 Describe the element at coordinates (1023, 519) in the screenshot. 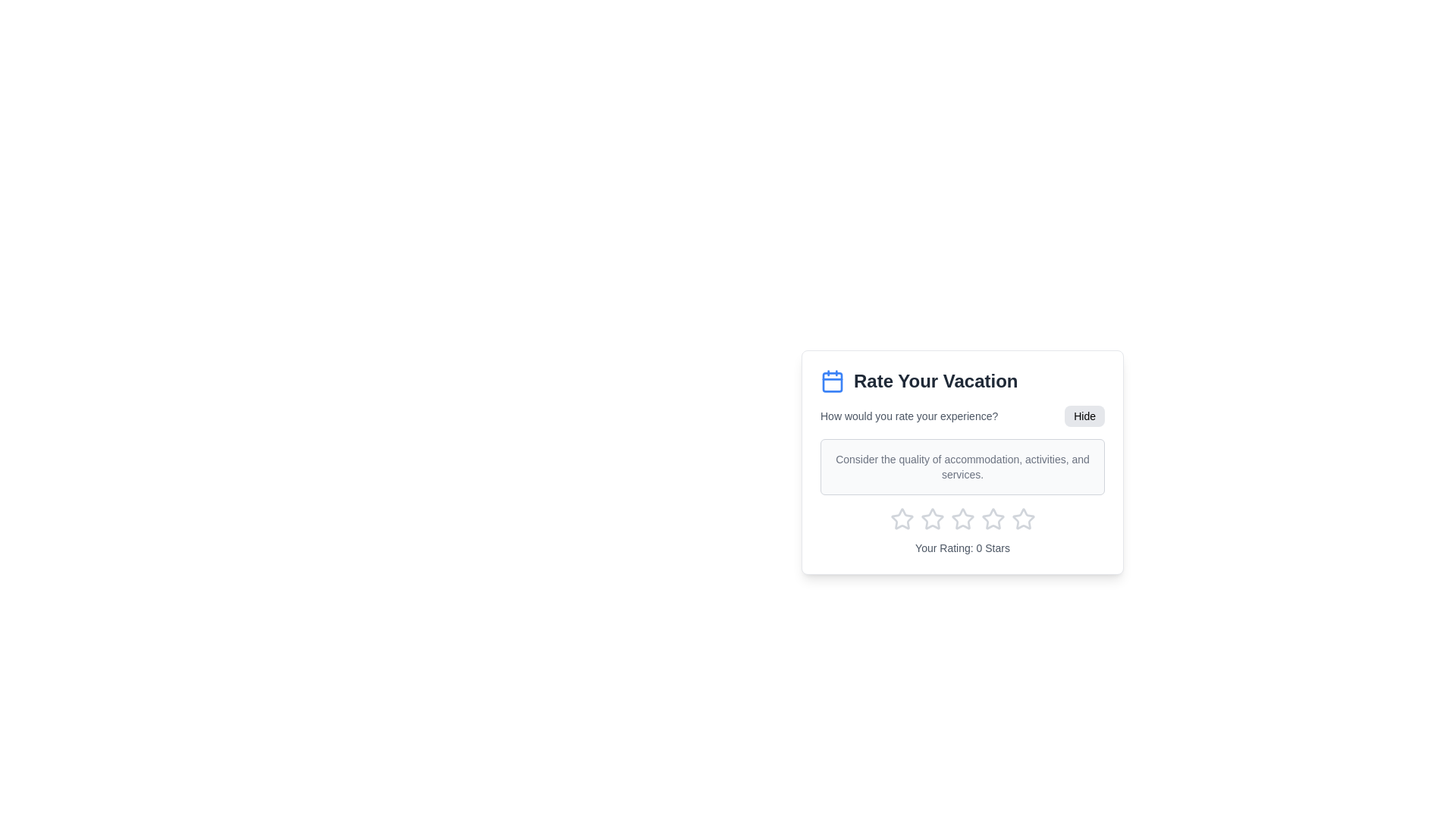

I see `the fifth star in the rating system` at that location.